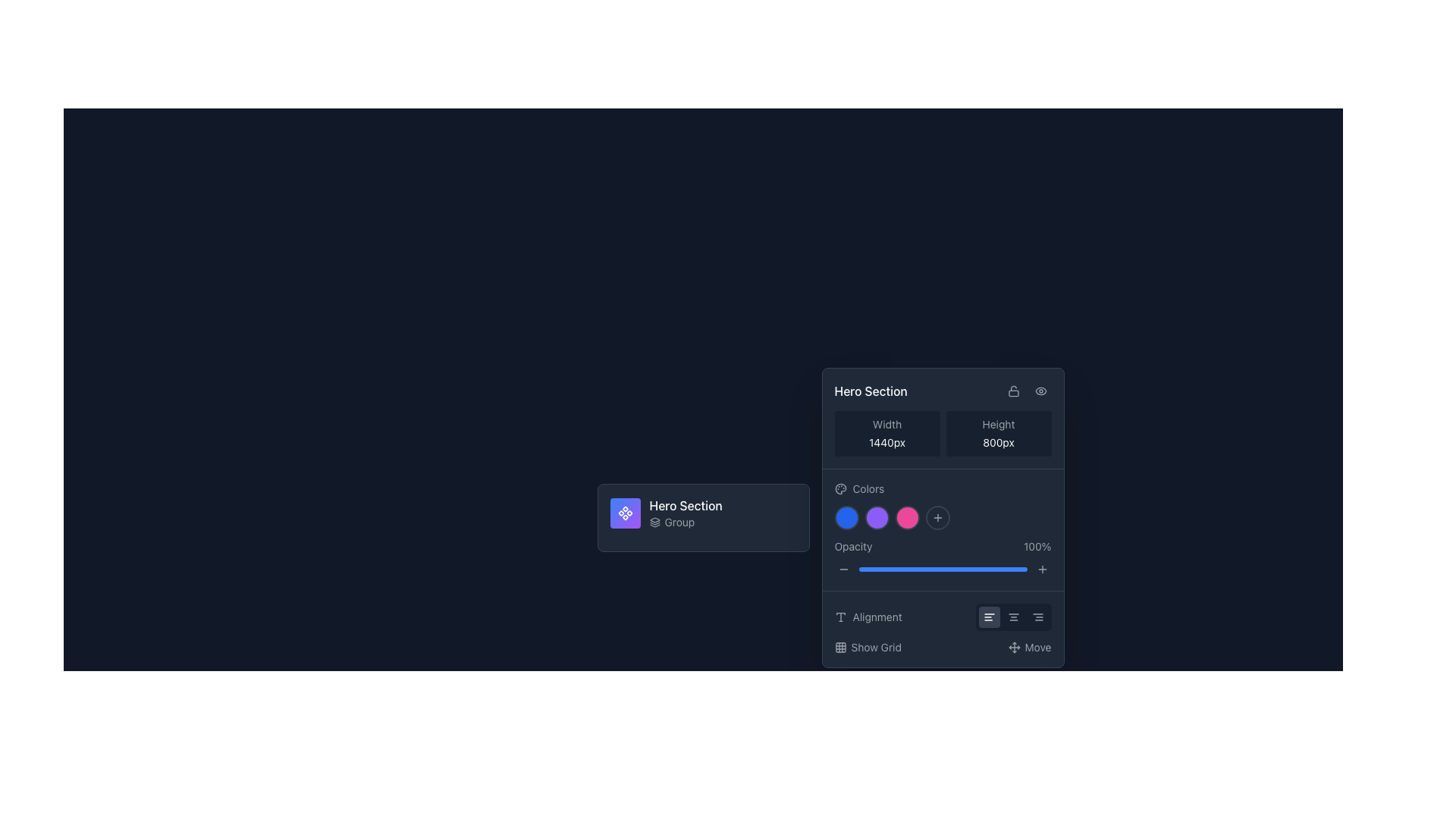  What do you see at coordinates (679, 522) in the screenshot?
I see `the text label displaying 'Group' in a small gray font, located next to the layered icon beneath the 'Hero Section' heading` at bounding box center [679, 522].